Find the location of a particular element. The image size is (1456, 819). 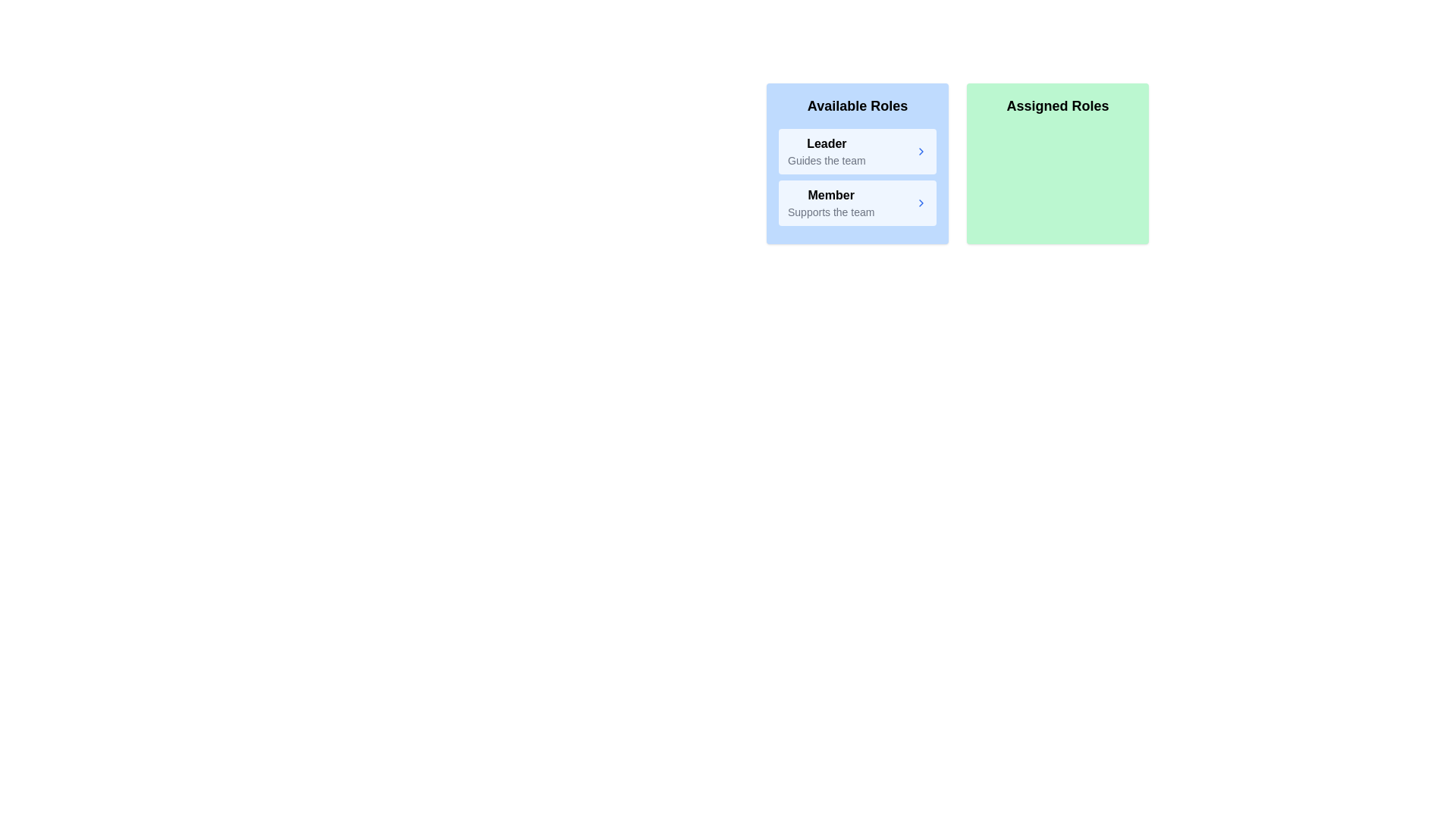

arrow button next to the role Member in the Available Roles list to assign it to the Assigned Roles list is located at coordinates (920, 202).